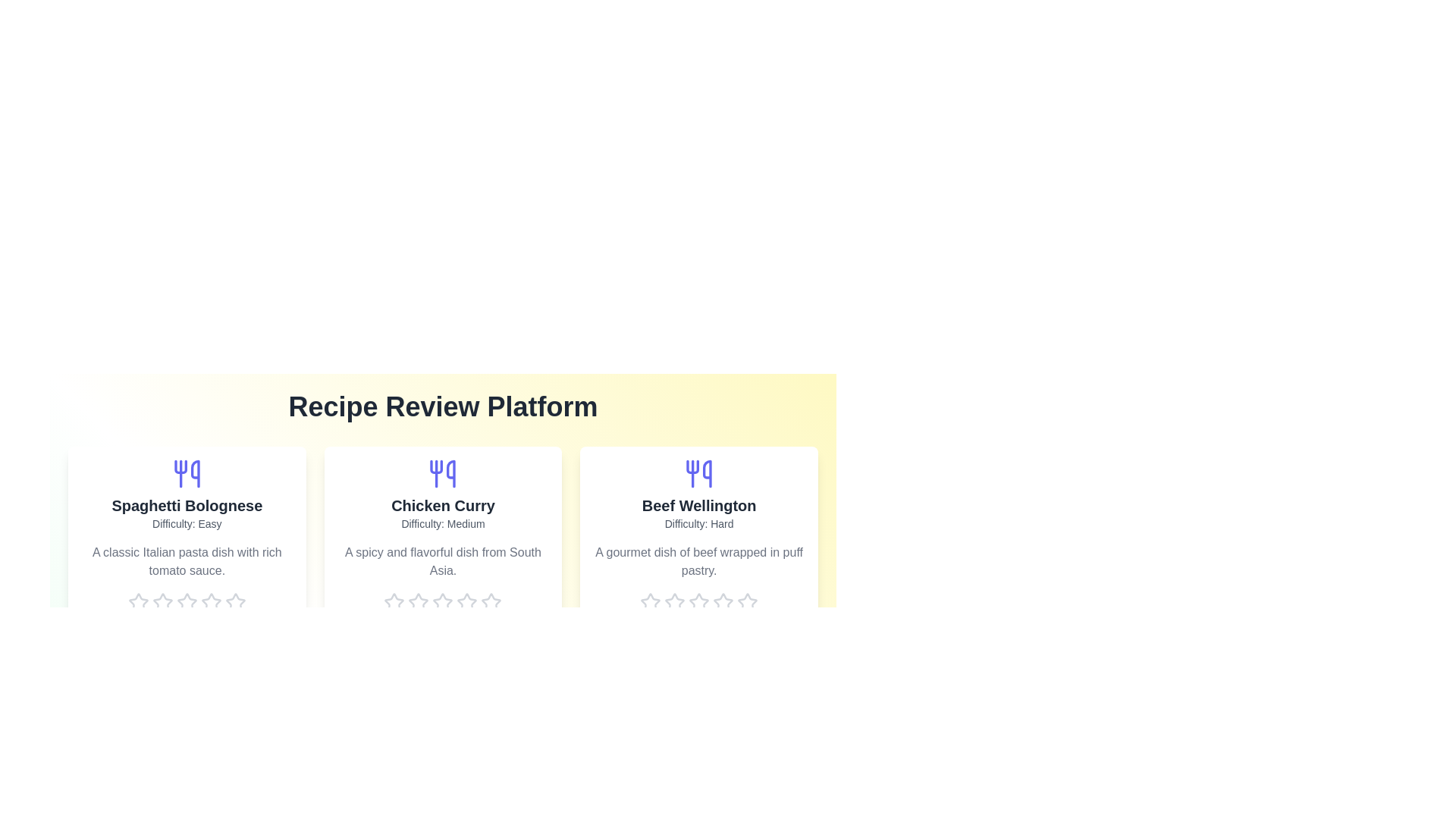 This screenshot has height=819, width=1456. I want to click on the description of the recipe Spaghetti Bolognese, so click(186, 561).